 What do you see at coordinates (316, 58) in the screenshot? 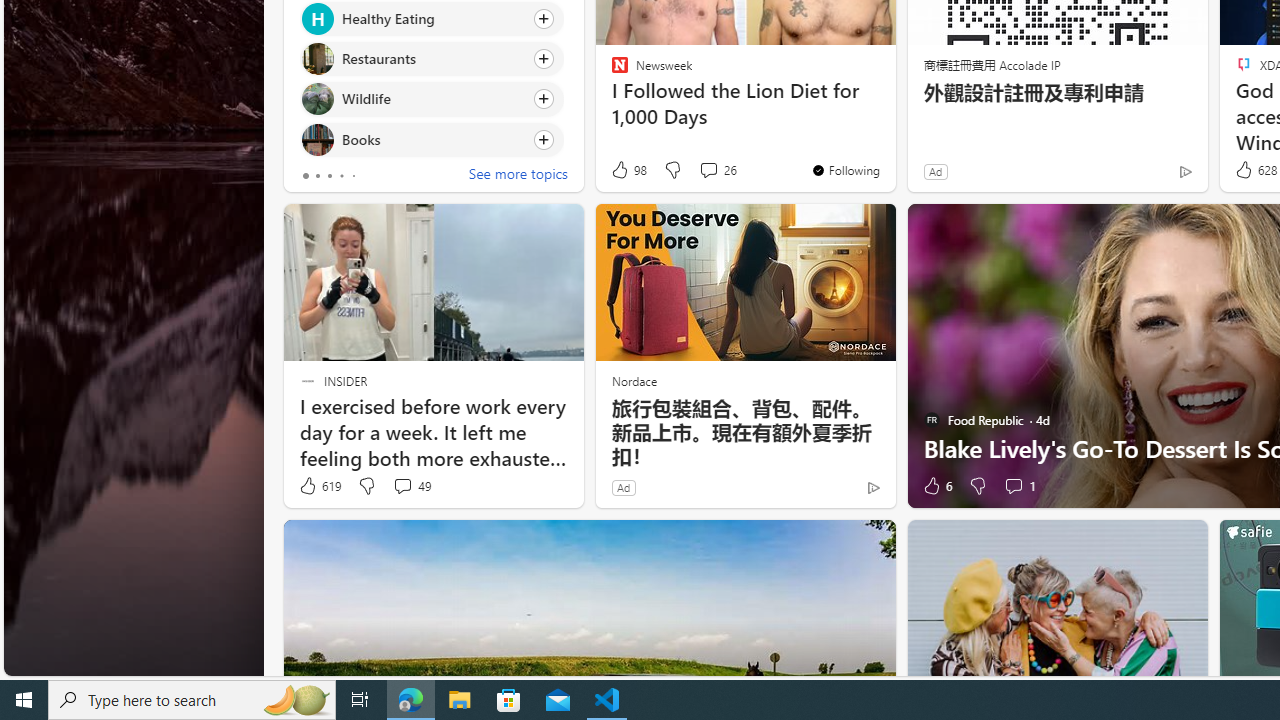
I see `'Restaurants'` at bounding box center [316, 58].